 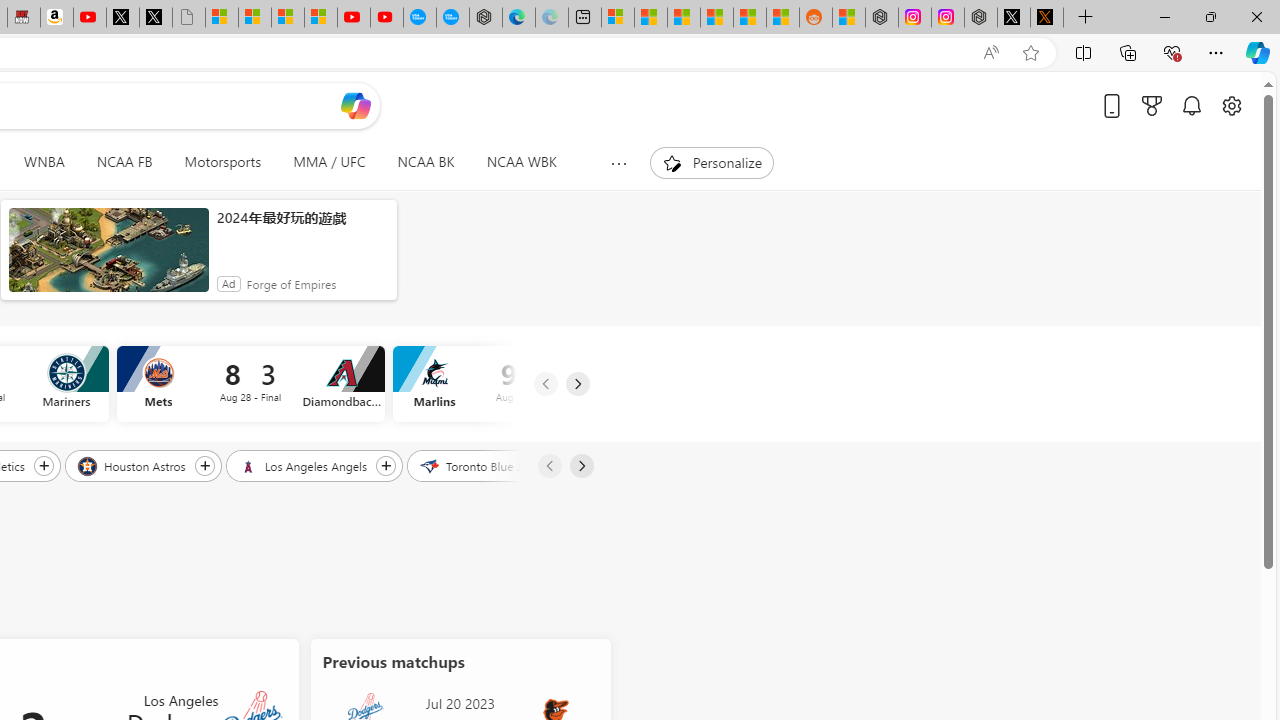 What do you see at coordinates (303, 465) in the screenshot?
I see `'Los Angeles Angels'` at bounding box center [303, 465].